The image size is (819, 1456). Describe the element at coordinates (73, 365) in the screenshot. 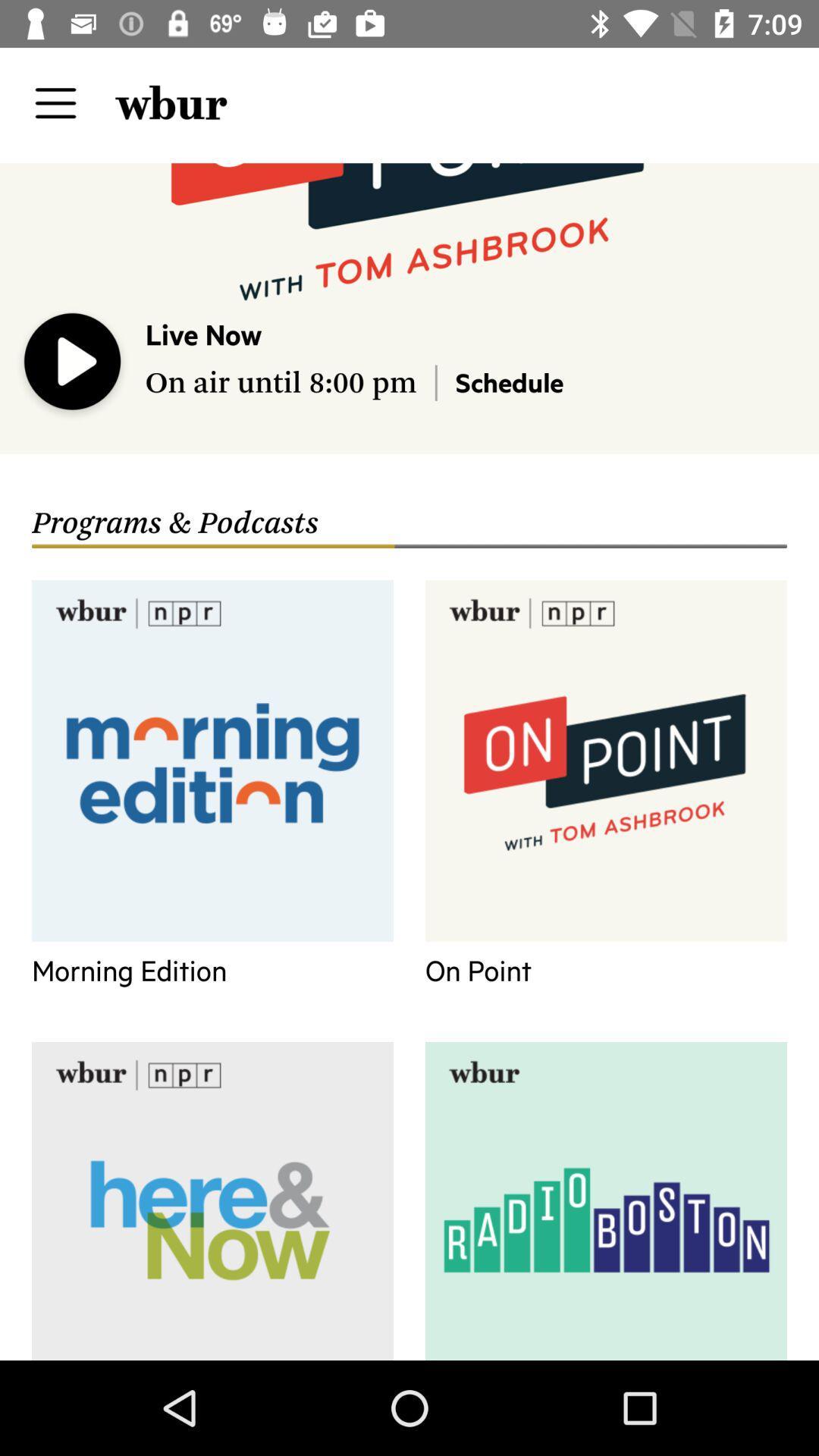

I see `the icon to the left of live now` at that location.